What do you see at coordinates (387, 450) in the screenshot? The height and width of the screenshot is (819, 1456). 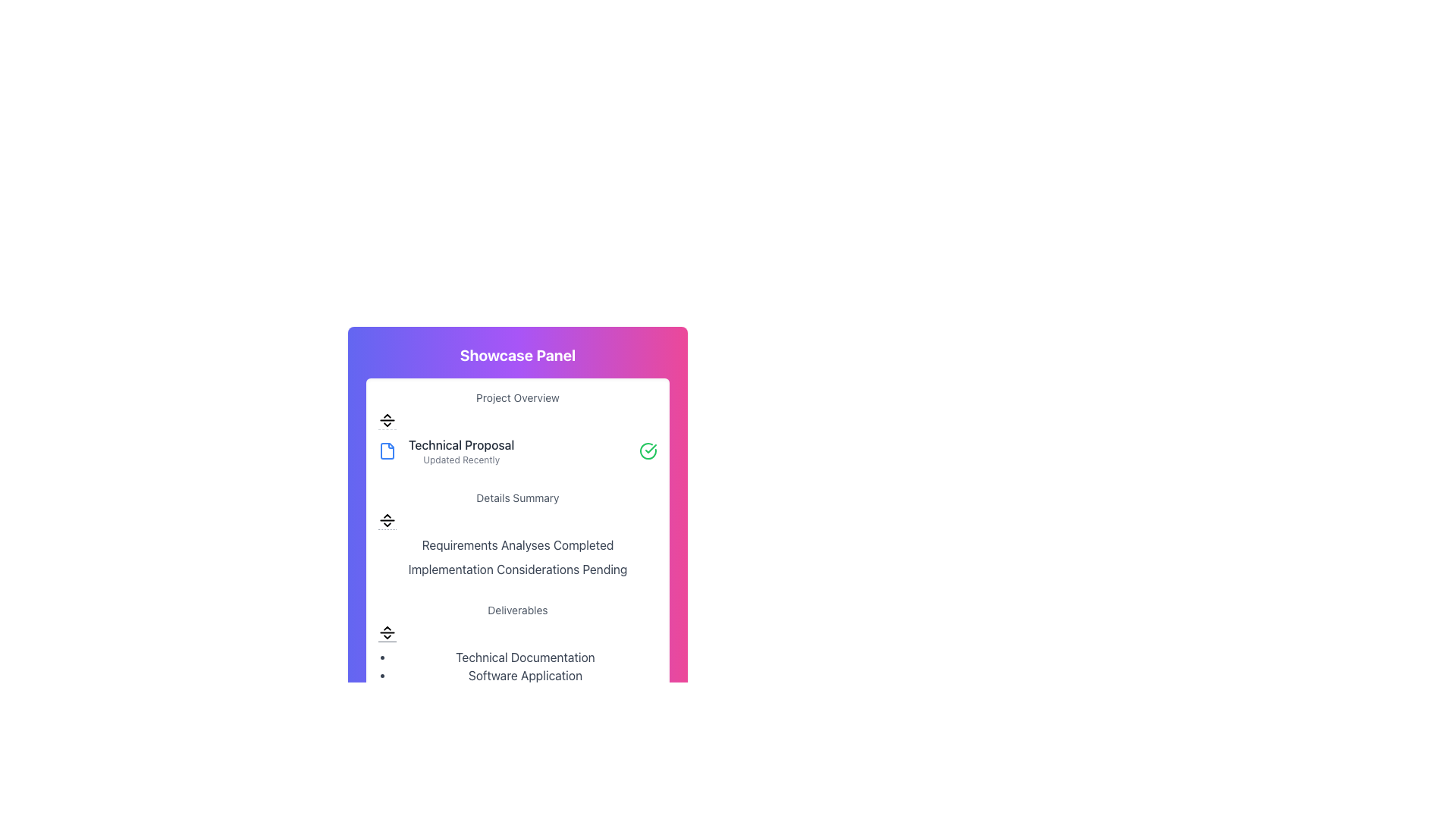 I see `the blue document icon located to the left of the 'Technical Proposal' text in the 'Showcase Panel' section, positioned below 'Project Overview' and above 'Details Summary'` at bounding box center [387, 450].